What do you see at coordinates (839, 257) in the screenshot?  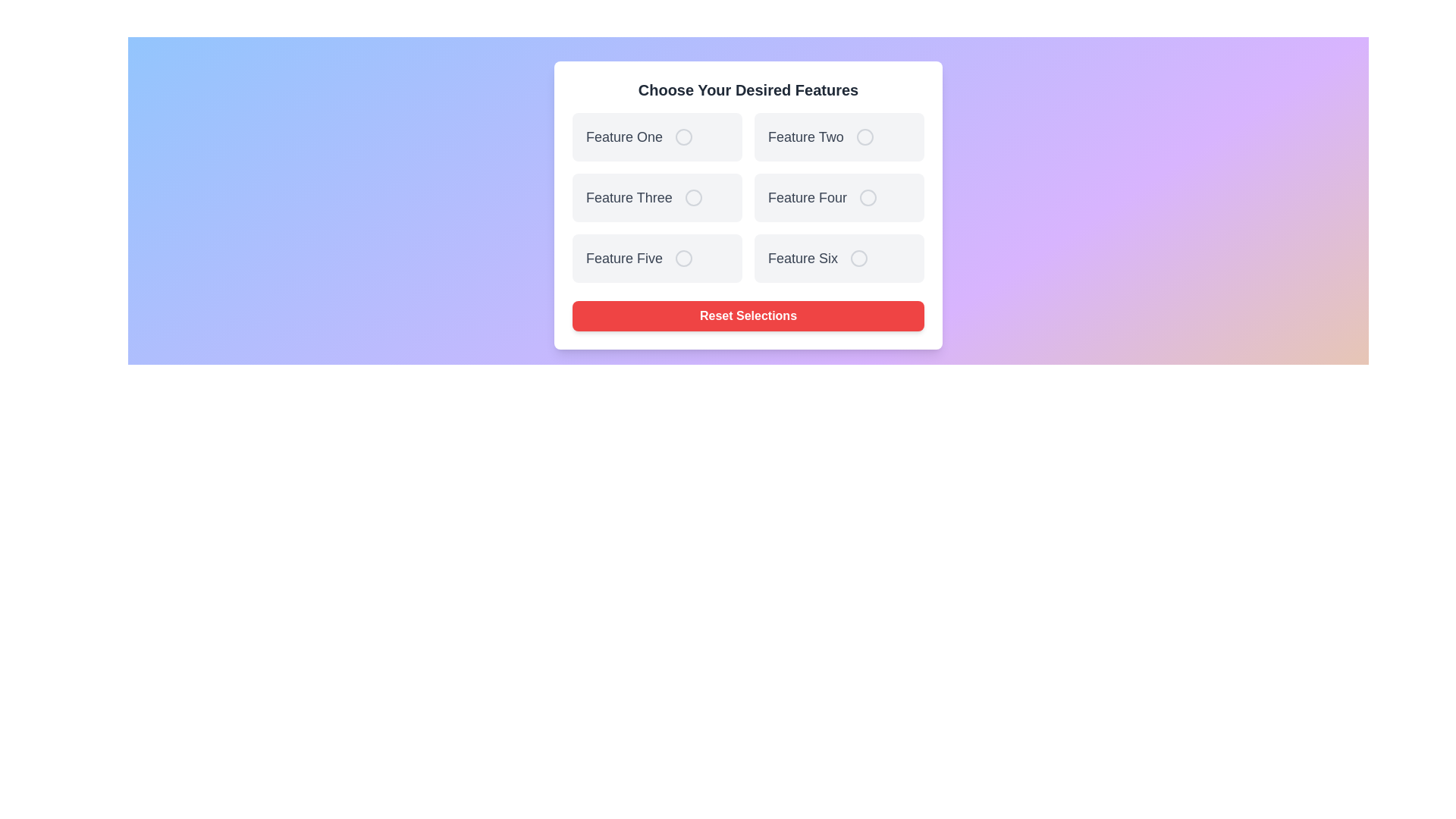 I see `the feature card labeled Feature Six to observe visual feedback` at bounding box center [839, 257].